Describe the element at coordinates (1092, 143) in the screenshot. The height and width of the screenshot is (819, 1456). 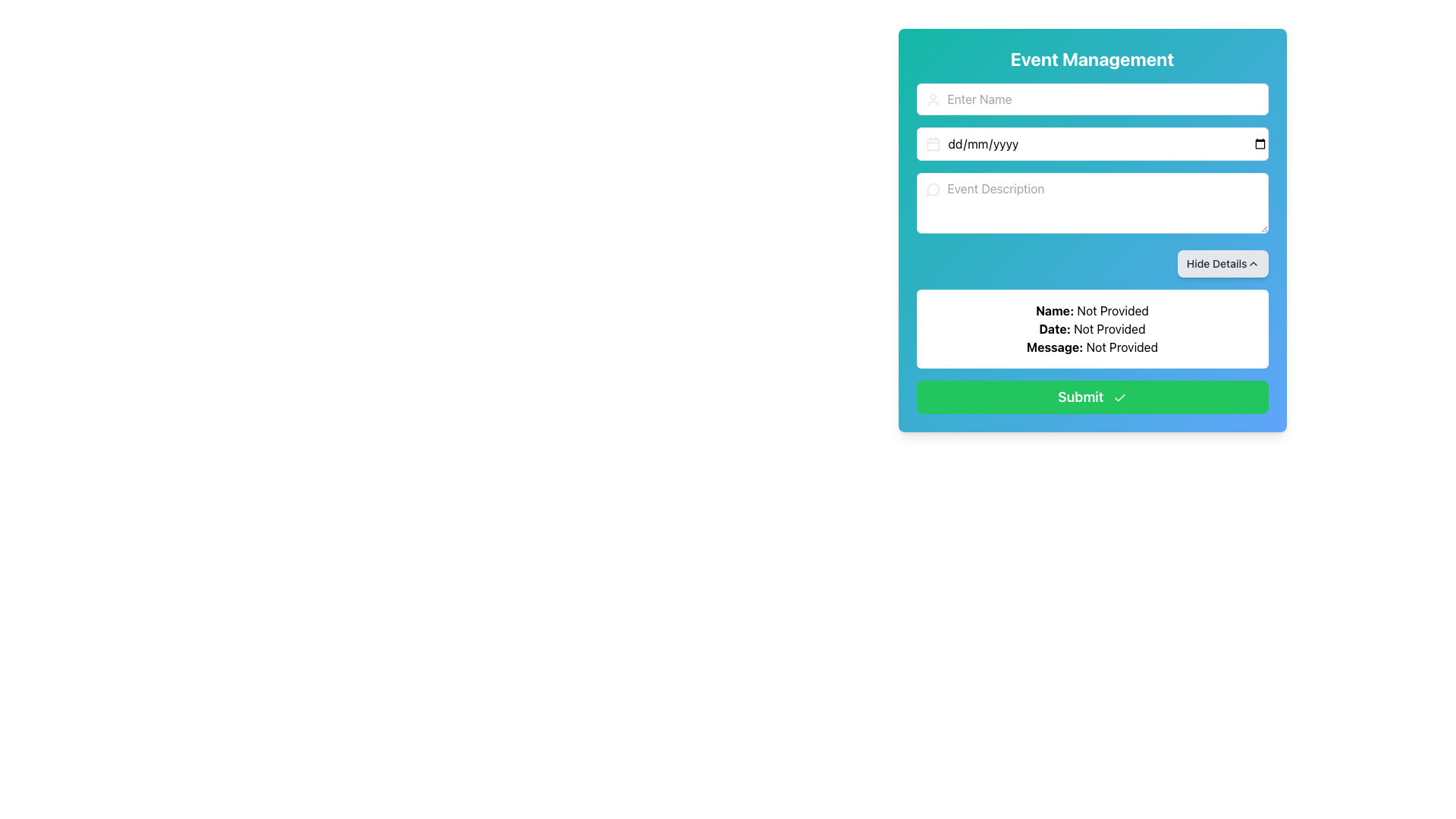
I see `a date from the calendar dropdown in the date input field with rounded corners and a calendar icon, located in the Event Management form` at that location.